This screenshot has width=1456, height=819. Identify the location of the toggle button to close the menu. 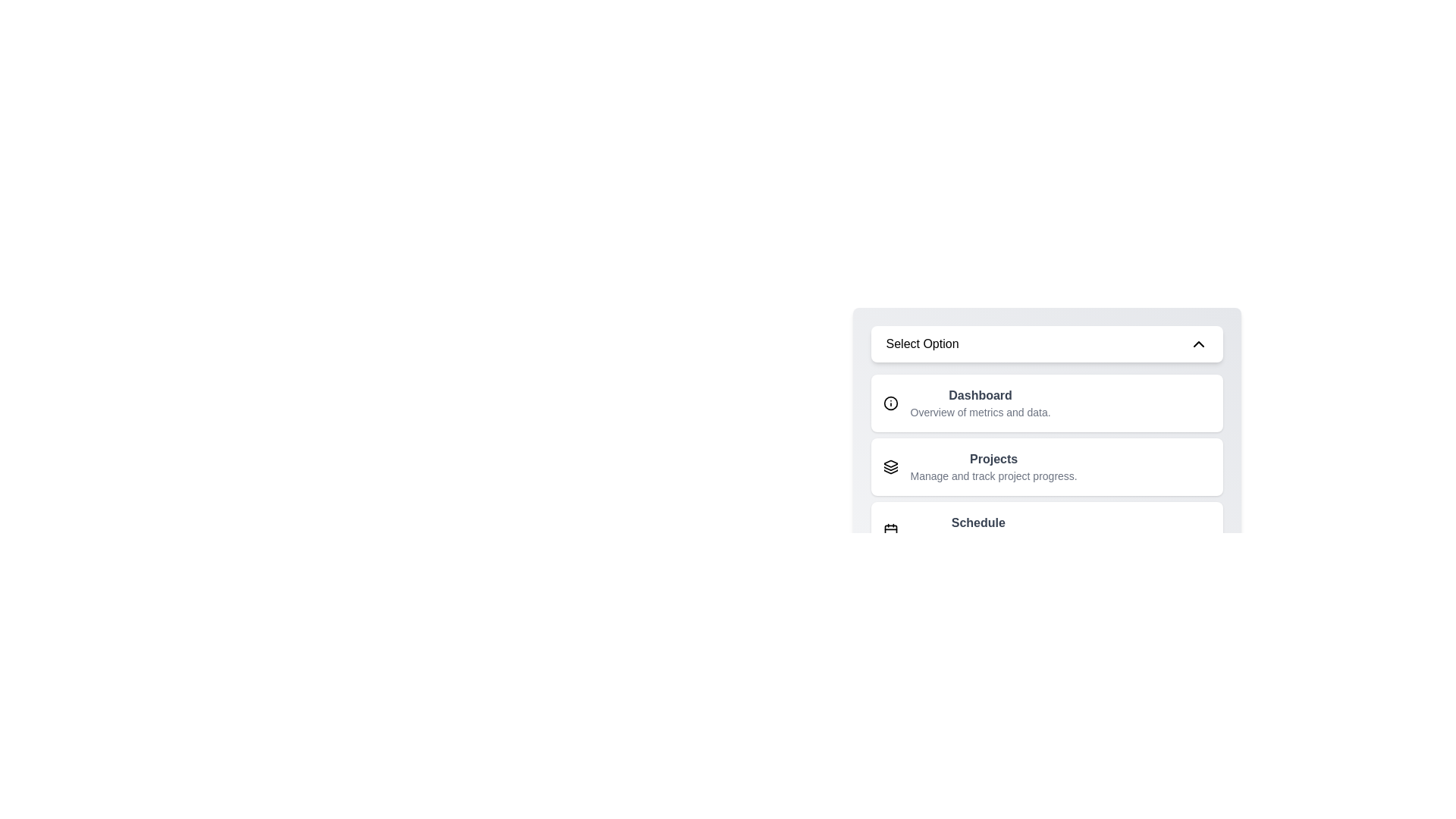
(1046, 344).